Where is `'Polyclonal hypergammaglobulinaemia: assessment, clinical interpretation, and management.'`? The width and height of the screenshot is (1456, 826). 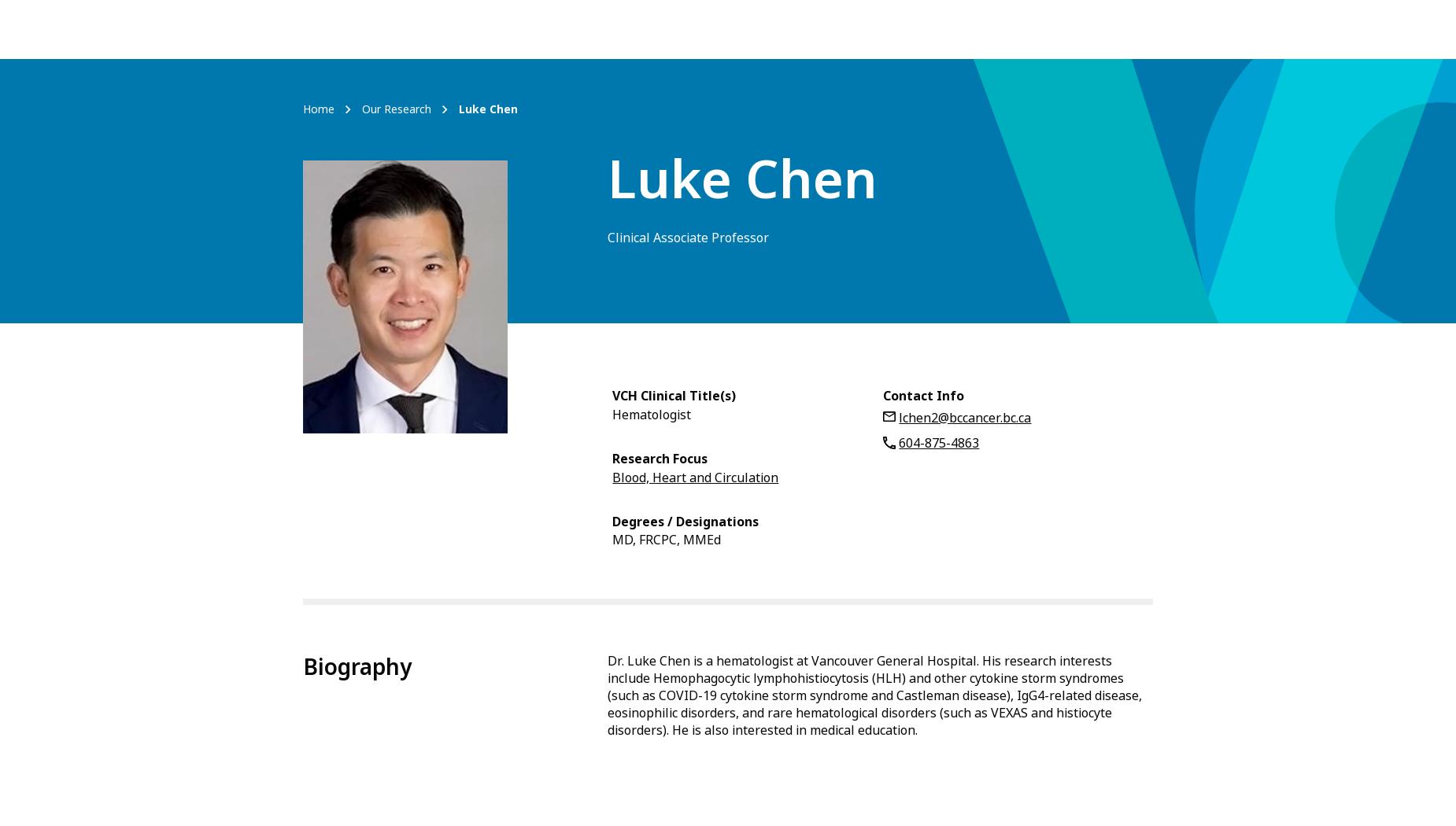
'Polyclonal hypergammaglobulinaemia: assessment, clinical interpretation, and management.' is located at coordinates (848, 508).